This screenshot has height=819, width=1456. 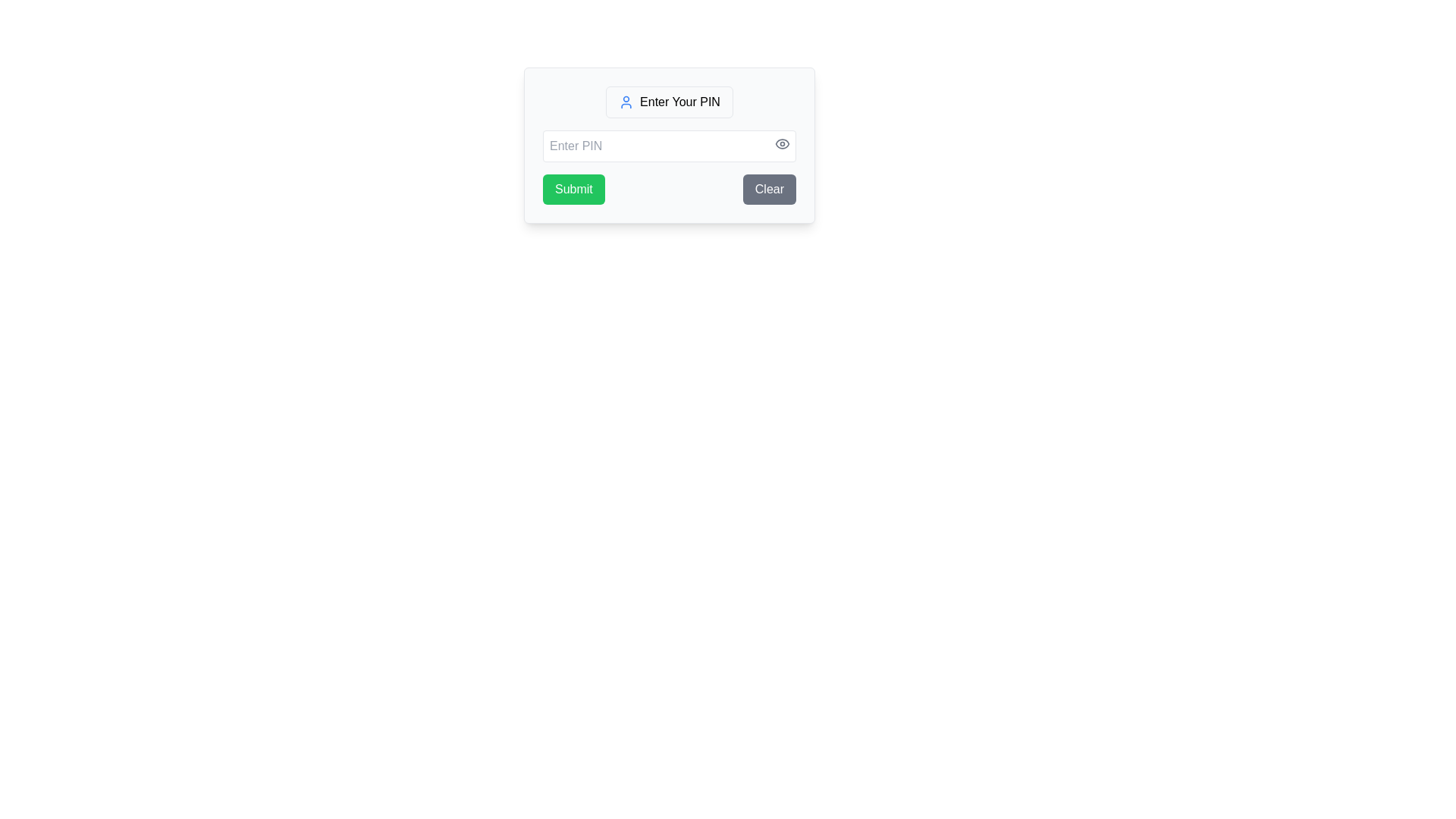 I want to click on the 'Clear' button, which is a rectangular button with a gray background and white text, located at the bottom of the form interface, so click(x=769, y=189).